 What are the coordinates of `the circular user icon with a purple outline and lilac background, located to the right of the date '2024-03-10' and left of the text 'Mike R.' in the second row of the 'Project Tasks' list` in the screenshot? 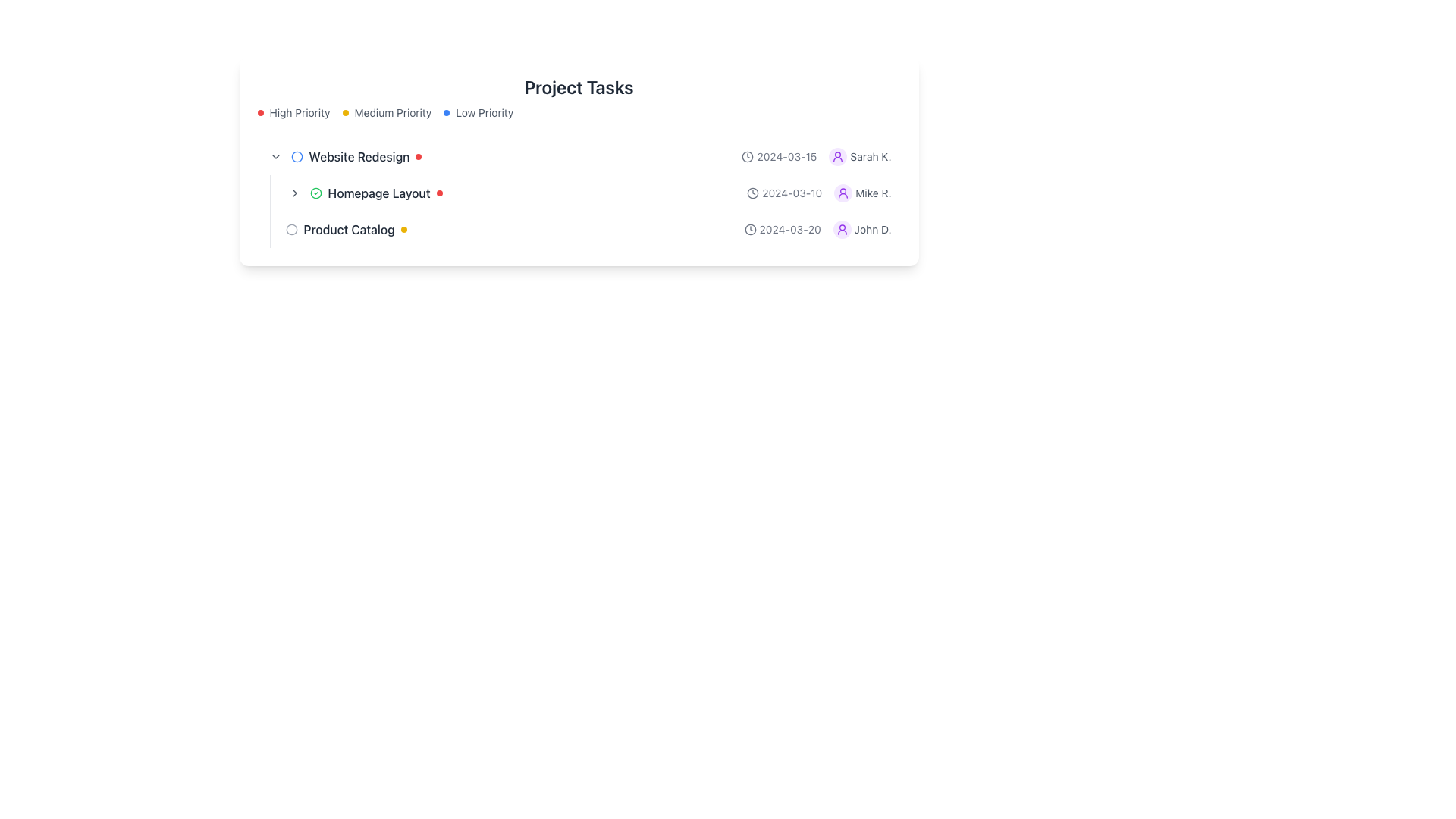 It's located at (843, 192).